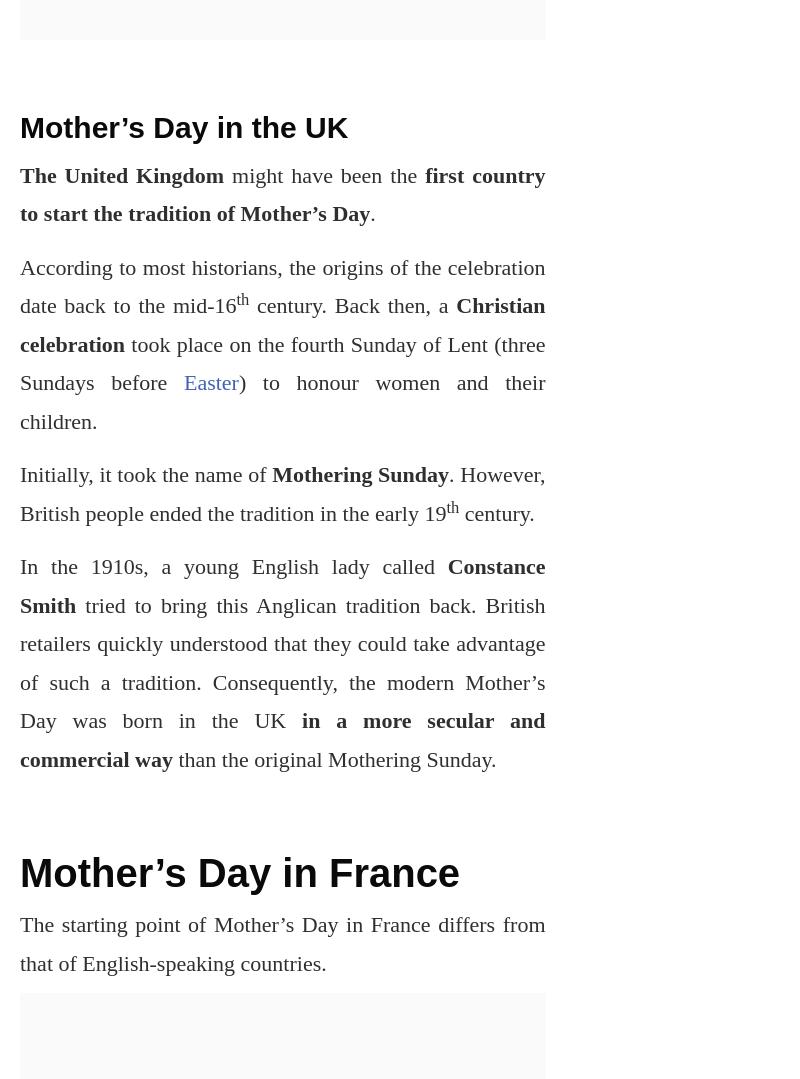 The width and height of the screenshot is (800, 1079). I want to click on 'century.', so click(496, 512).